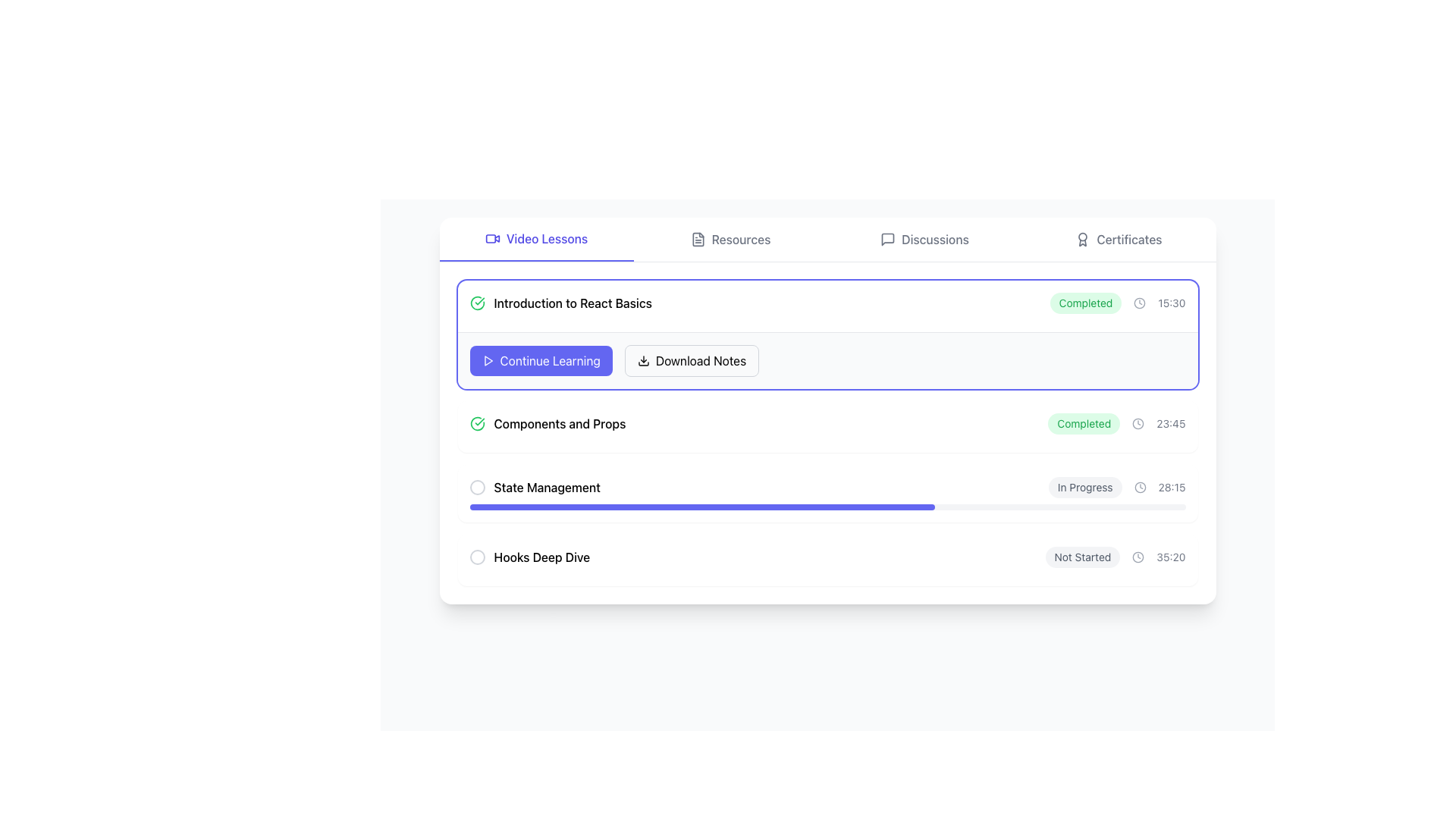 This screenshot has height=819, width=1456. What do you see at coordinates (827, 494) in the screenshot?
I see `the Informational panel for the learning module titled 'State Management' that indicates its status as 'In Progress' and has a progress bar underneath` at bounding box center [827, 494].